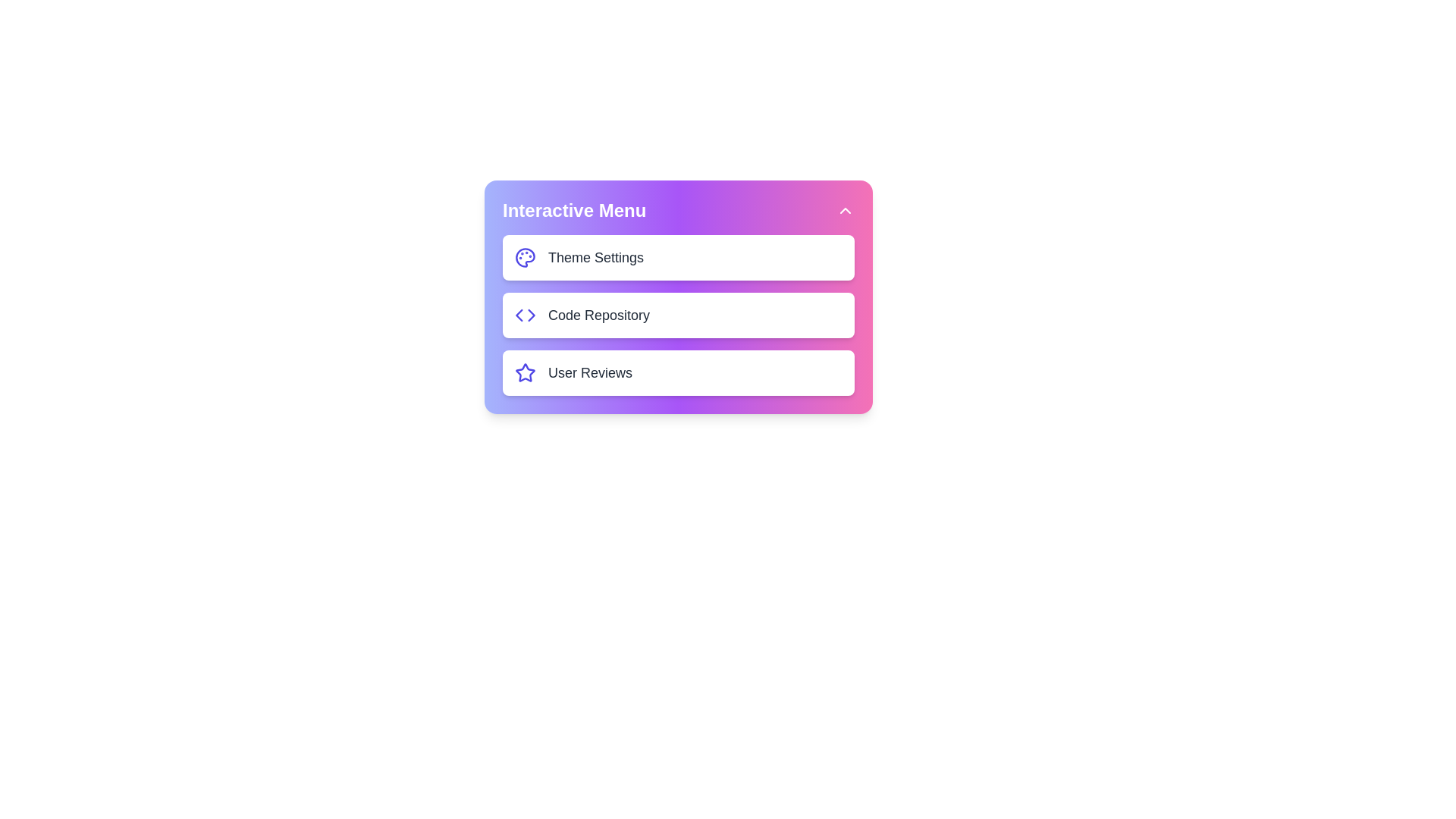 The width and height of the screenshot is (1456, 819). What do you see at coordinates (677, 256) in the screenshot?
I see `the menu item Theme Settings by clicking on it` at bounding box center [677, 256].